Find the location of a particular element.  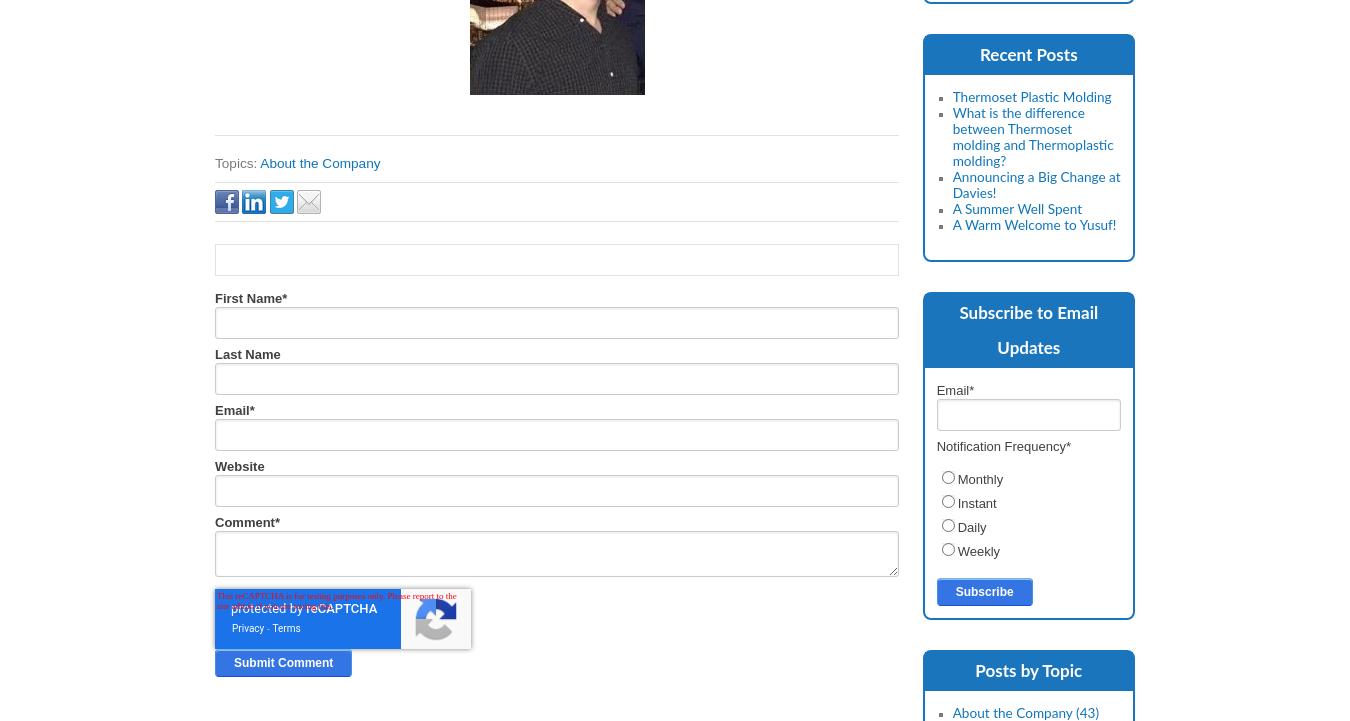

'Instant' is located at coordinates (975, 502).